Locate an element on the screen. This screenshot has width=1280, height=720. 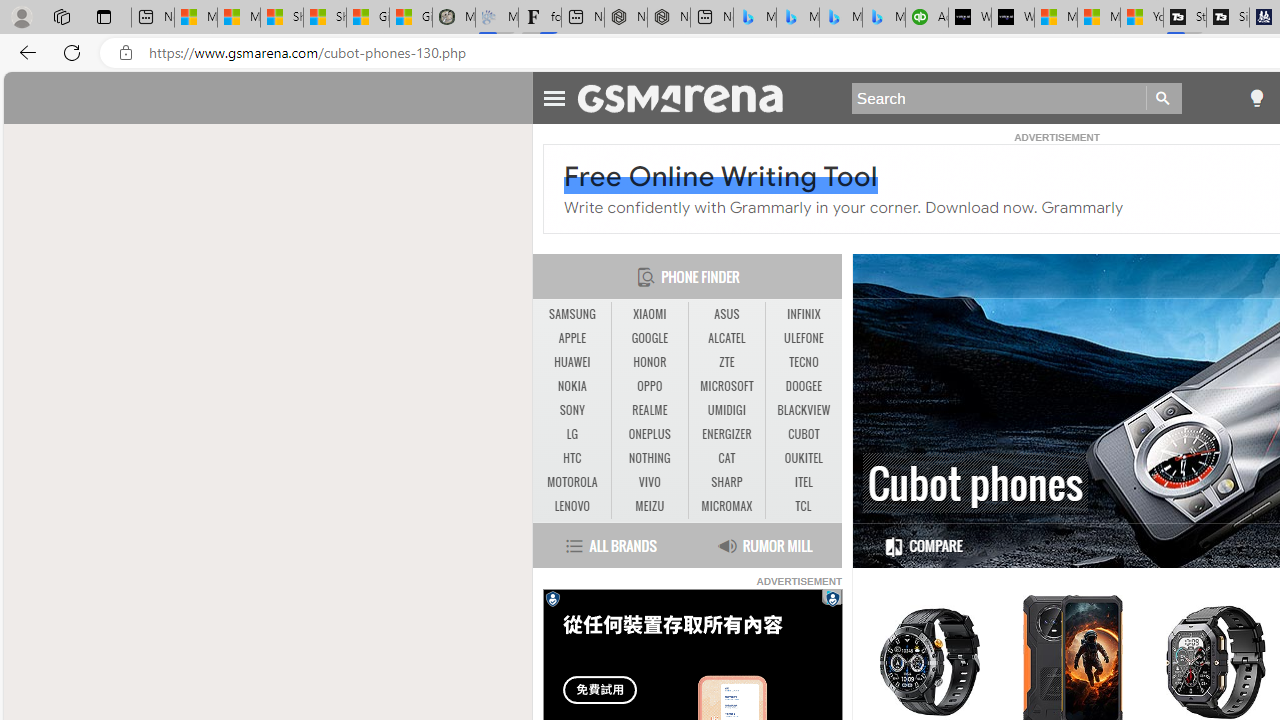
'XIAOMI' is located at coordinates (649, 314).